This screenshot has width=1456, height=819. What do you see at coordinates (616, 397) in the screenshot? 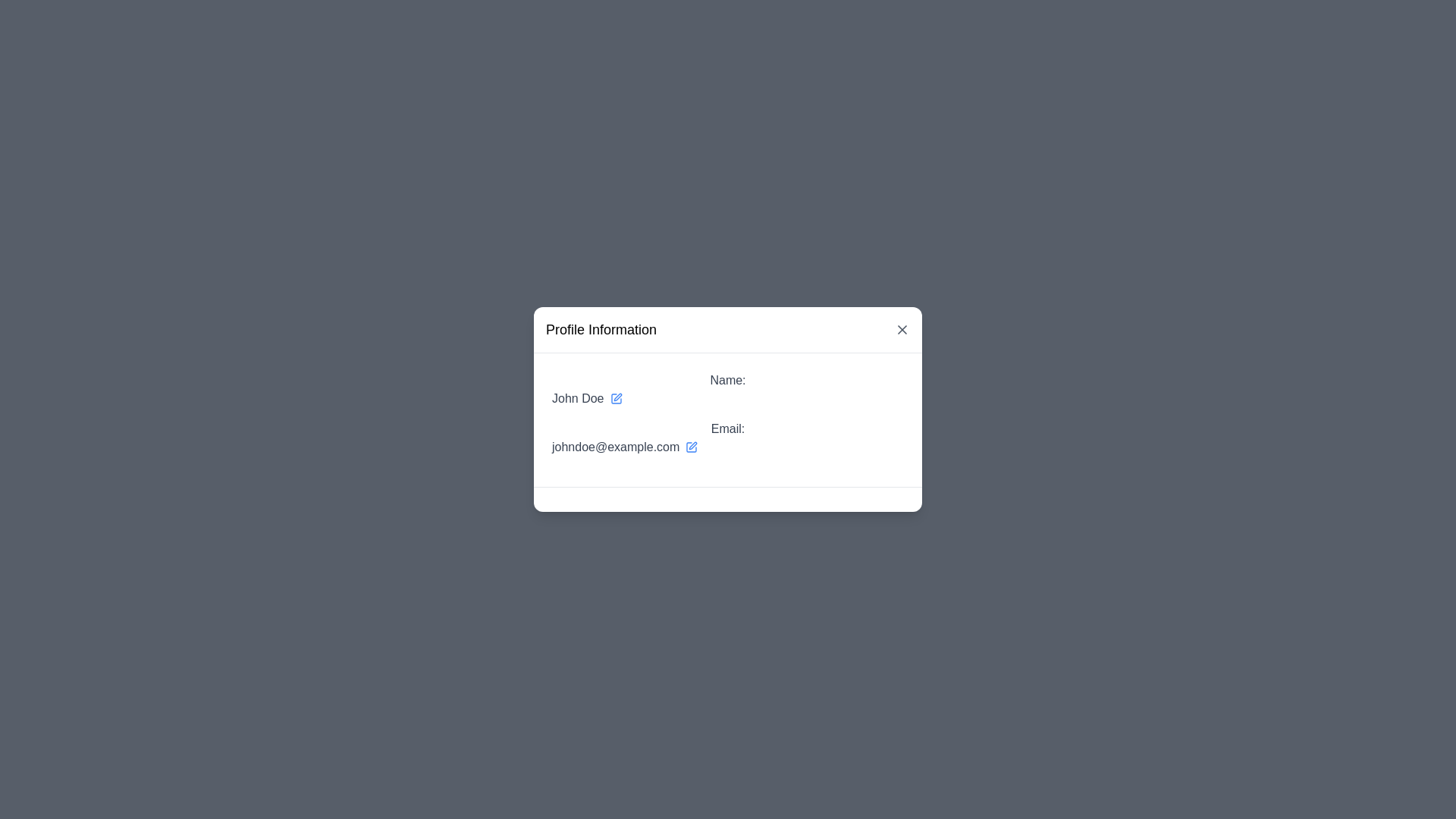
I see `the edit icon button located to the right of the text 'John Doe' in the profile information dialog box to initiate editing` at bounding box center [616, 397].